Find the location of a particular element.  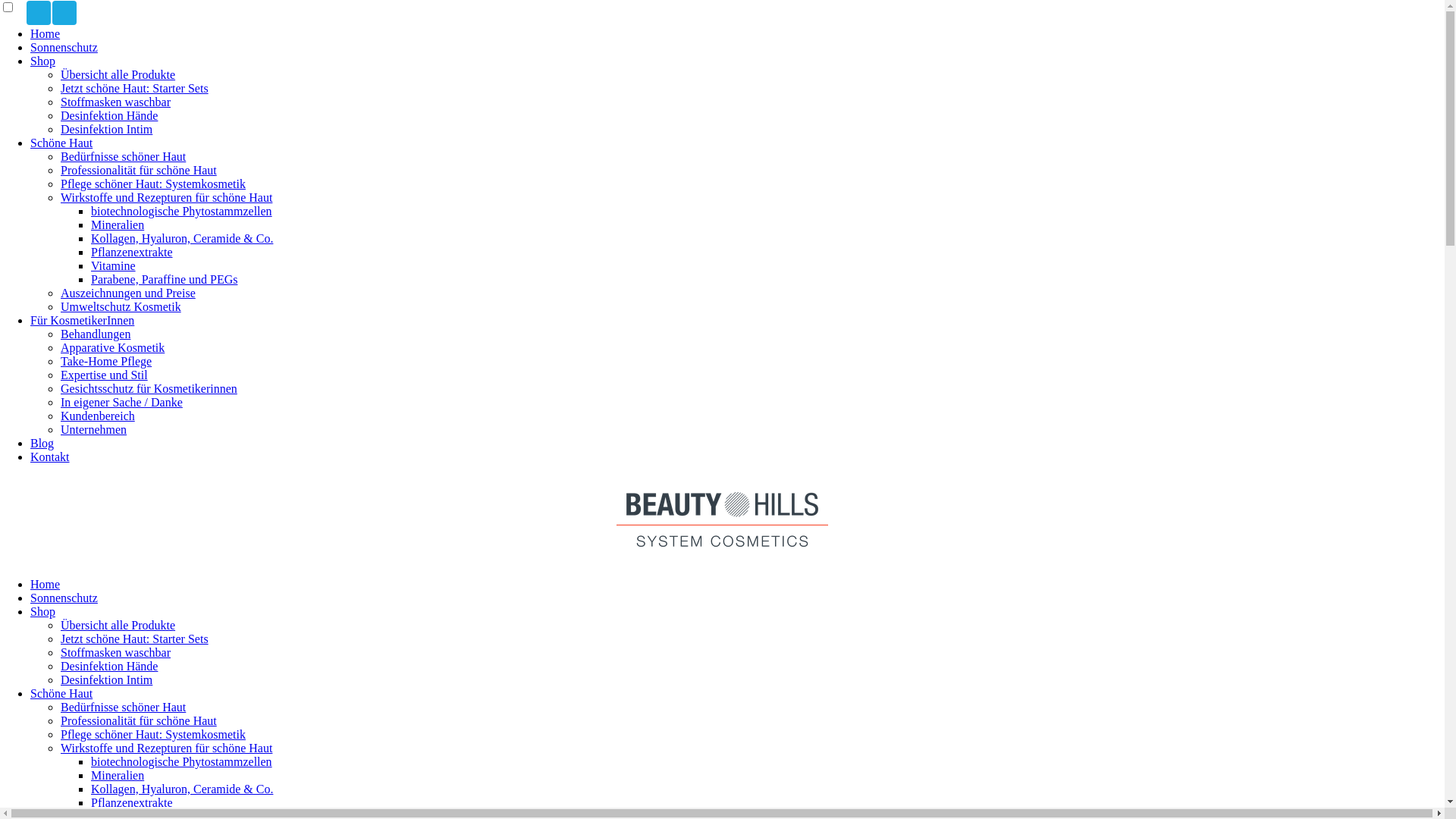

'biotechnologische Phytostammzellen' is located at coordinates (181, 211).